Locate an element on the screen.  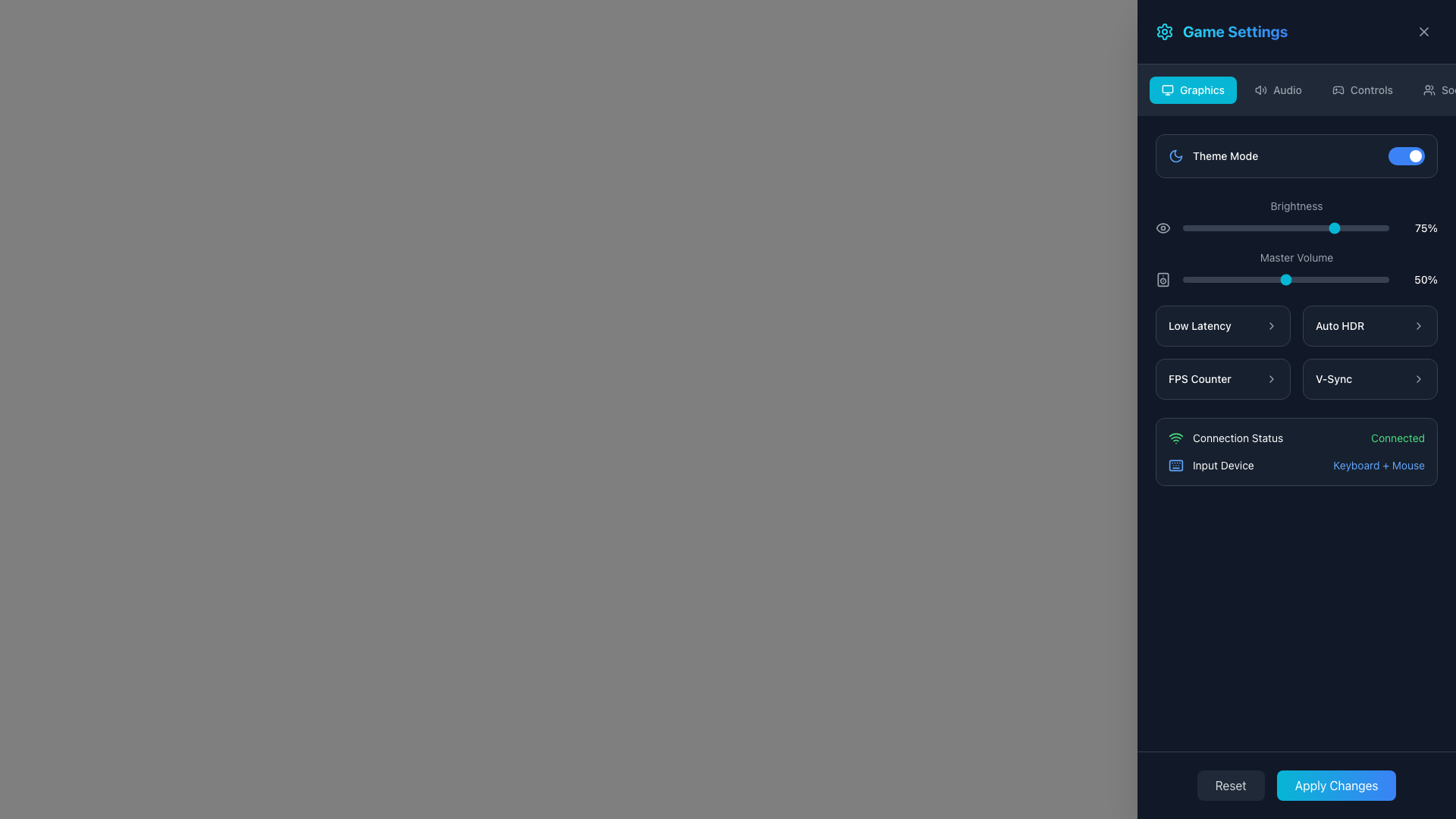
the right-pointing chevron icon located to the right of the text 'Low Latency' is located at coordinates (1271, 325).